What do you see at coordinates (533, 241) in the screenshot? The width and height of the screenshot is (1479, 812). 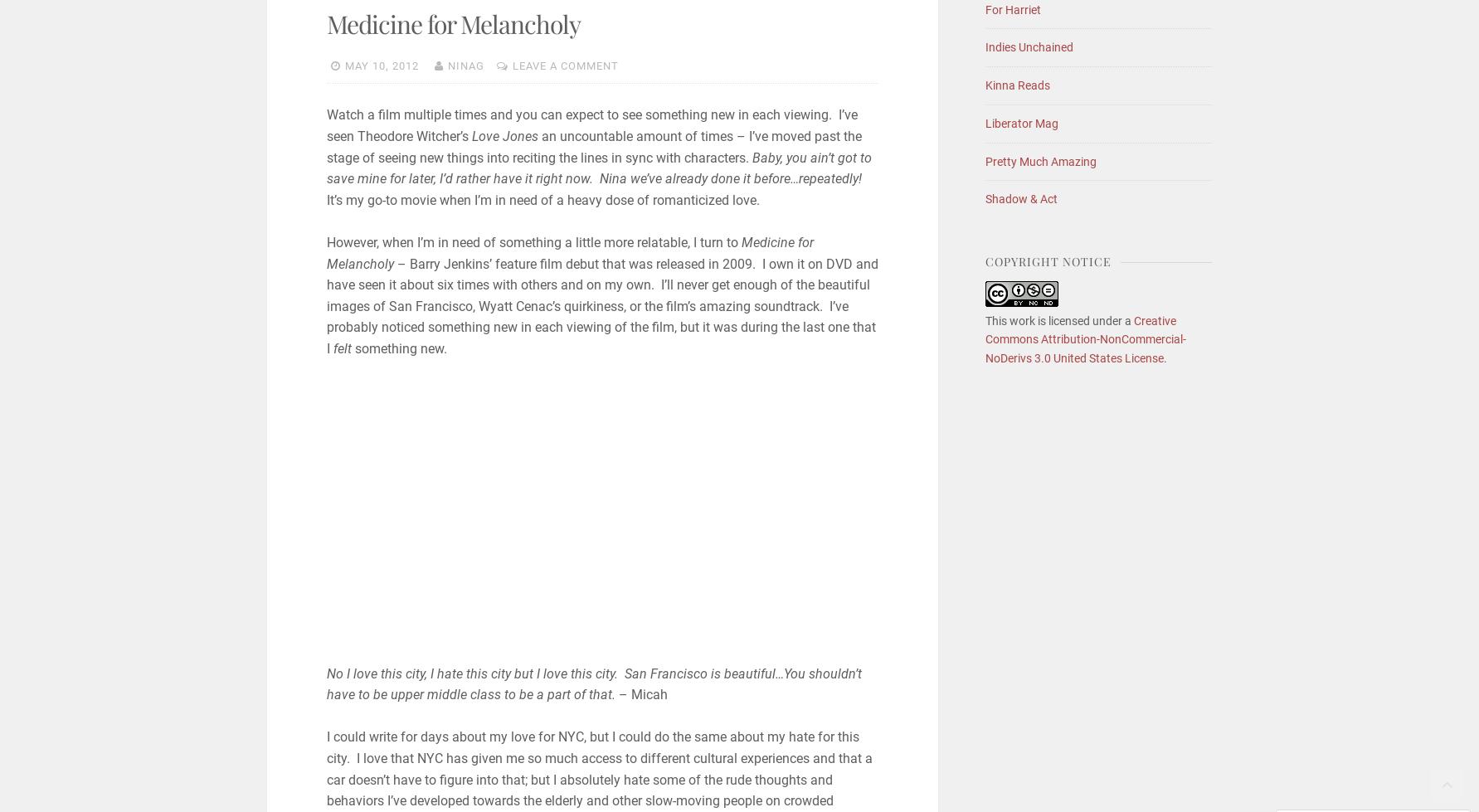 I see `'However, when I’m in need of something a little more relatable, I turn to'` at bounding box center [533, 241].